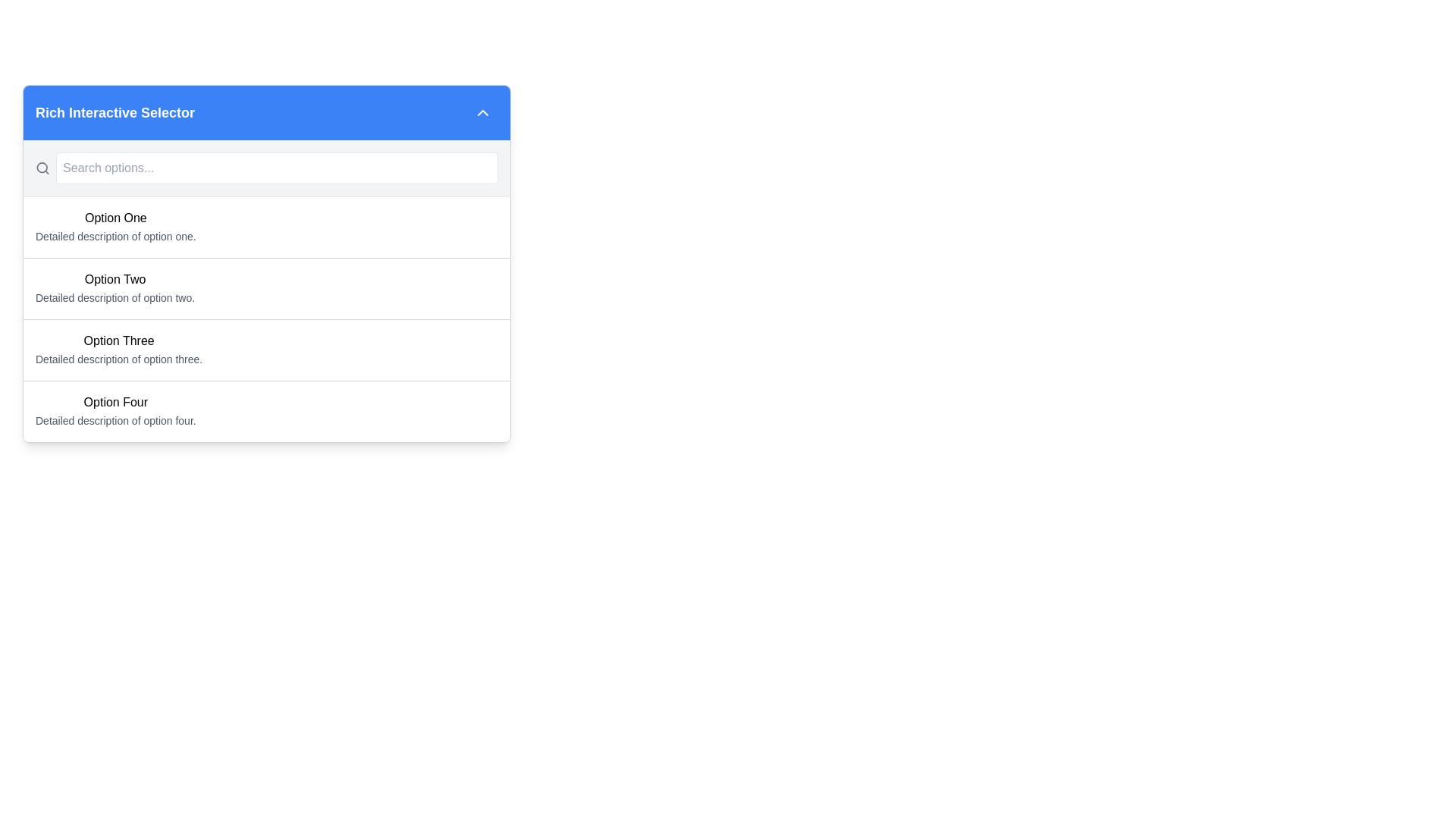  What do you see at coordinates (482, 112) in the screenshot?
I see `the collapse or minimize button located at the top-right corner of the 'Rich Interactive Selector' header` at bounding box center [482, 112].